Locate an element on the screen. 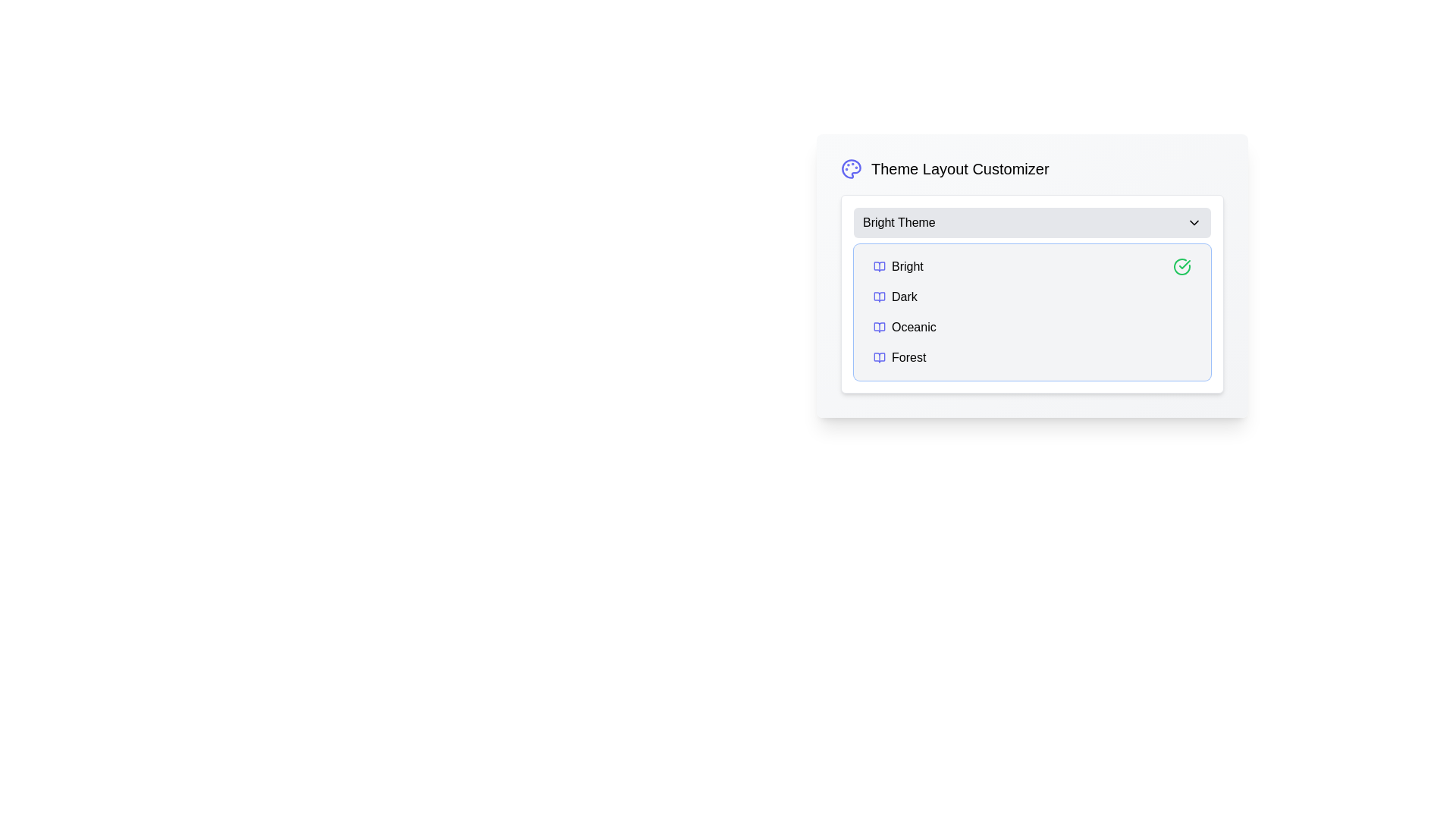 The width and height of the screenshot is (1456, 819). the small indigo book icon located to the left of the 'Bright' option in the 'Theme Layout Customizer' is located at coordinates (880, 265).